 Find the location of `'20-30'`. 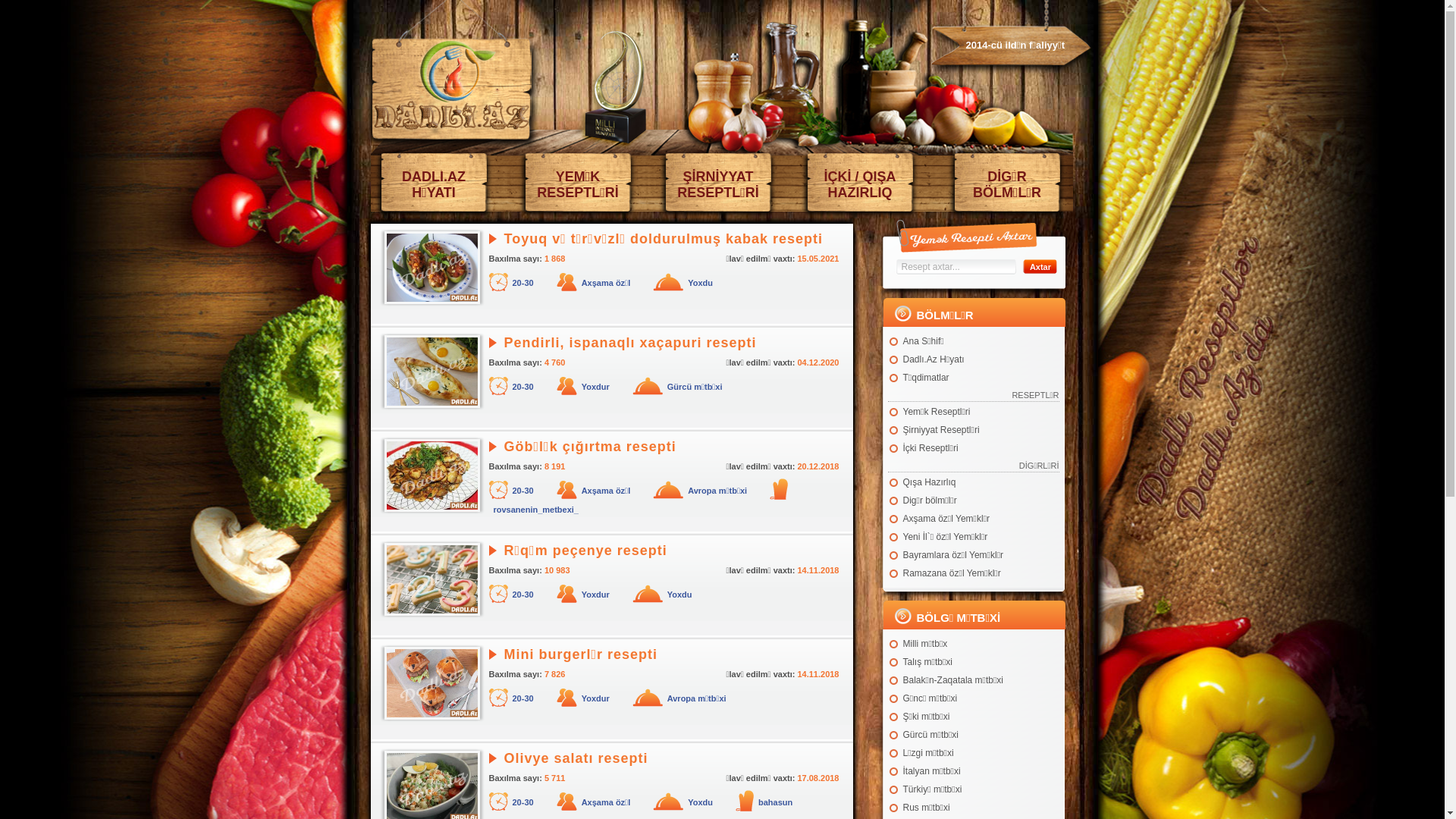

'20-30' is located at coordinates (523, 698).